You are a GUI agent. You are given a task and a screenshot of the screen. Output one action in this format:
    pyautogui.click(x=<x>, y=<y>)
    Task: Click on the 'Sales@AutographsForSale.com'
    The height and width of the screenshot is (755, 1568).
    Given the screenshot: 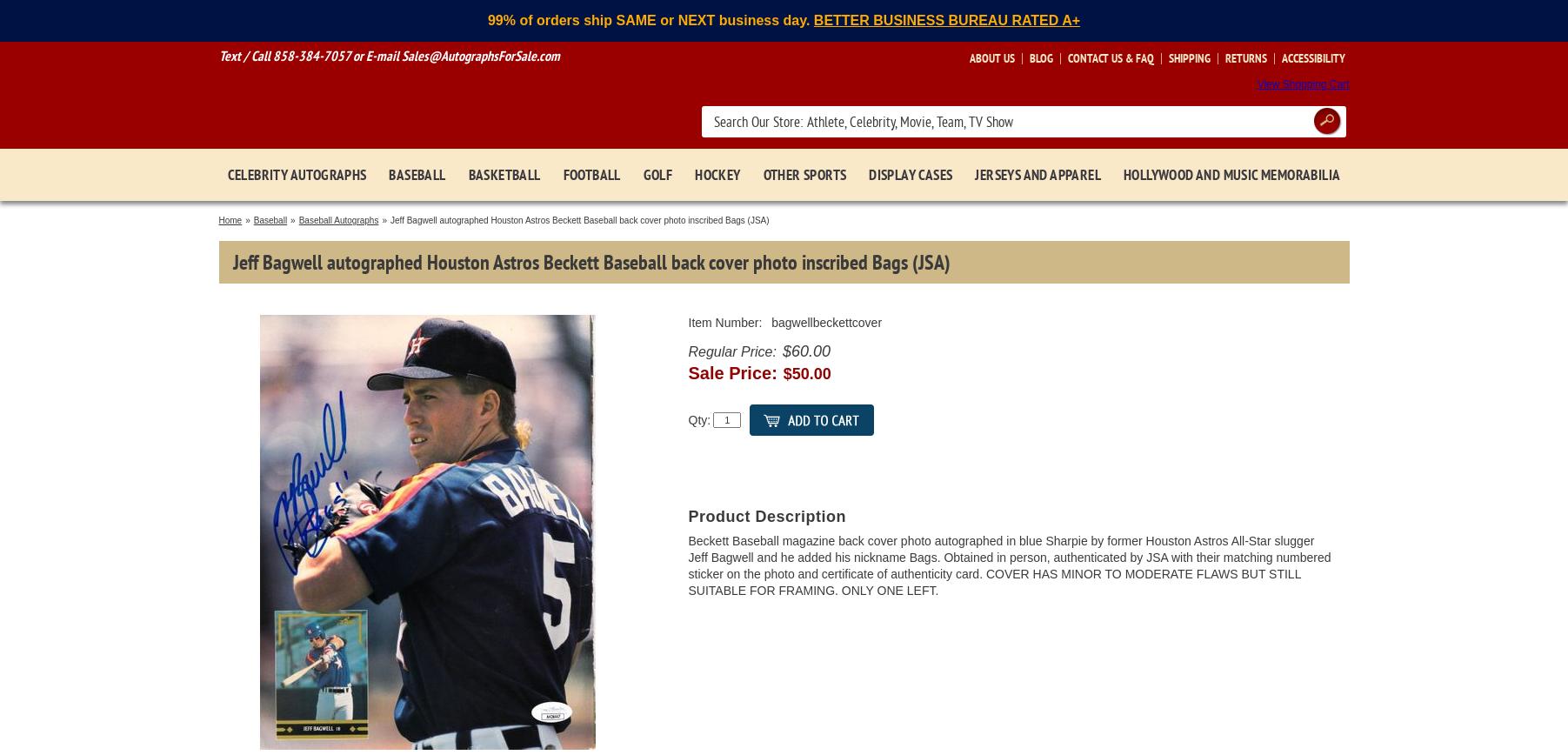 What is the action you would take?
    pyautogui.click(x=479, y=56)
    